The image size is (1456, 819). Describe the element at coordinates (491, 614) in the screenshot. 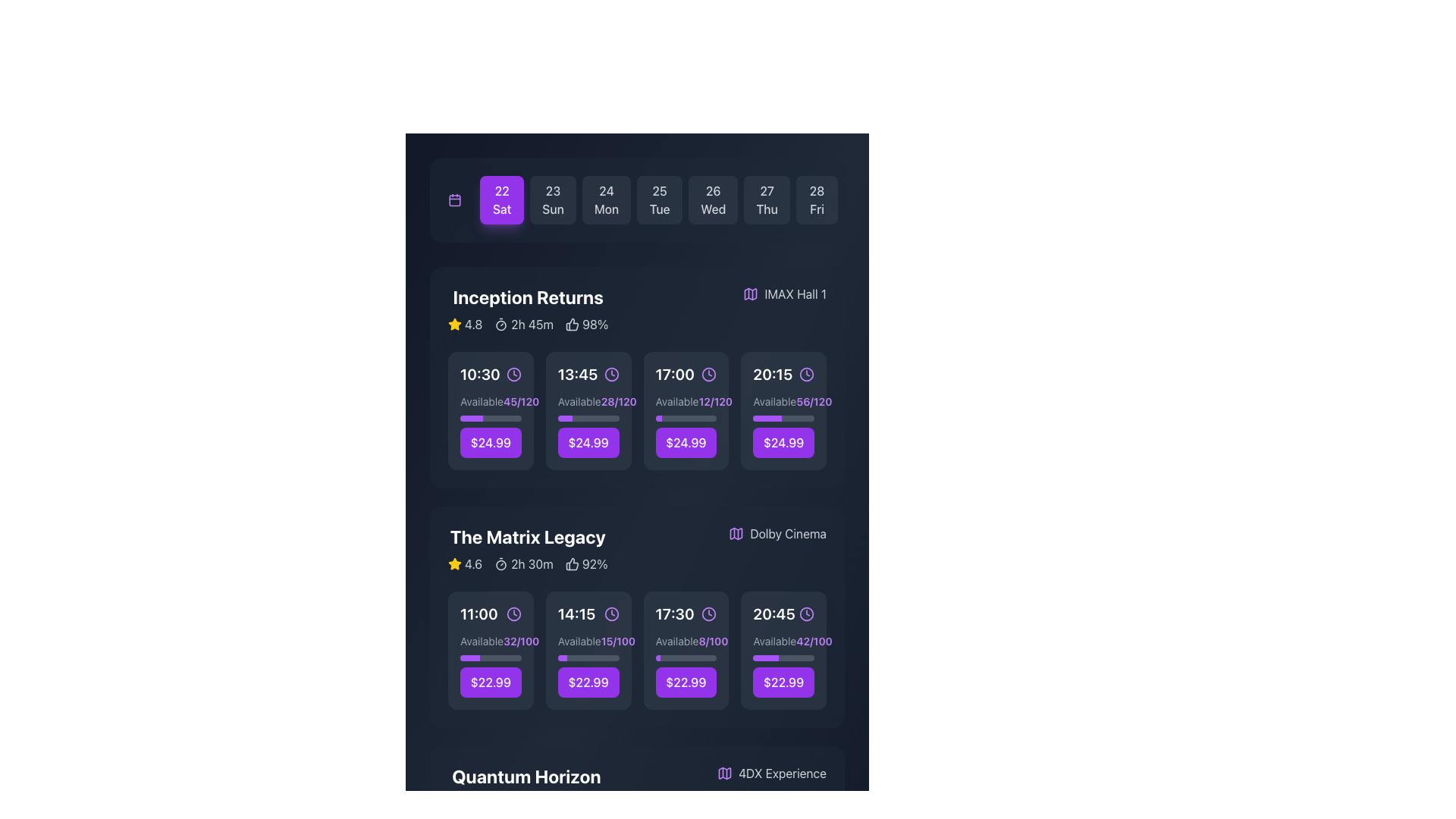

I see `time displayed on the text label '11:00' which is styled in bold white font on a dark background, located in the first block under 'The Matrix Legacy' section` at that location.